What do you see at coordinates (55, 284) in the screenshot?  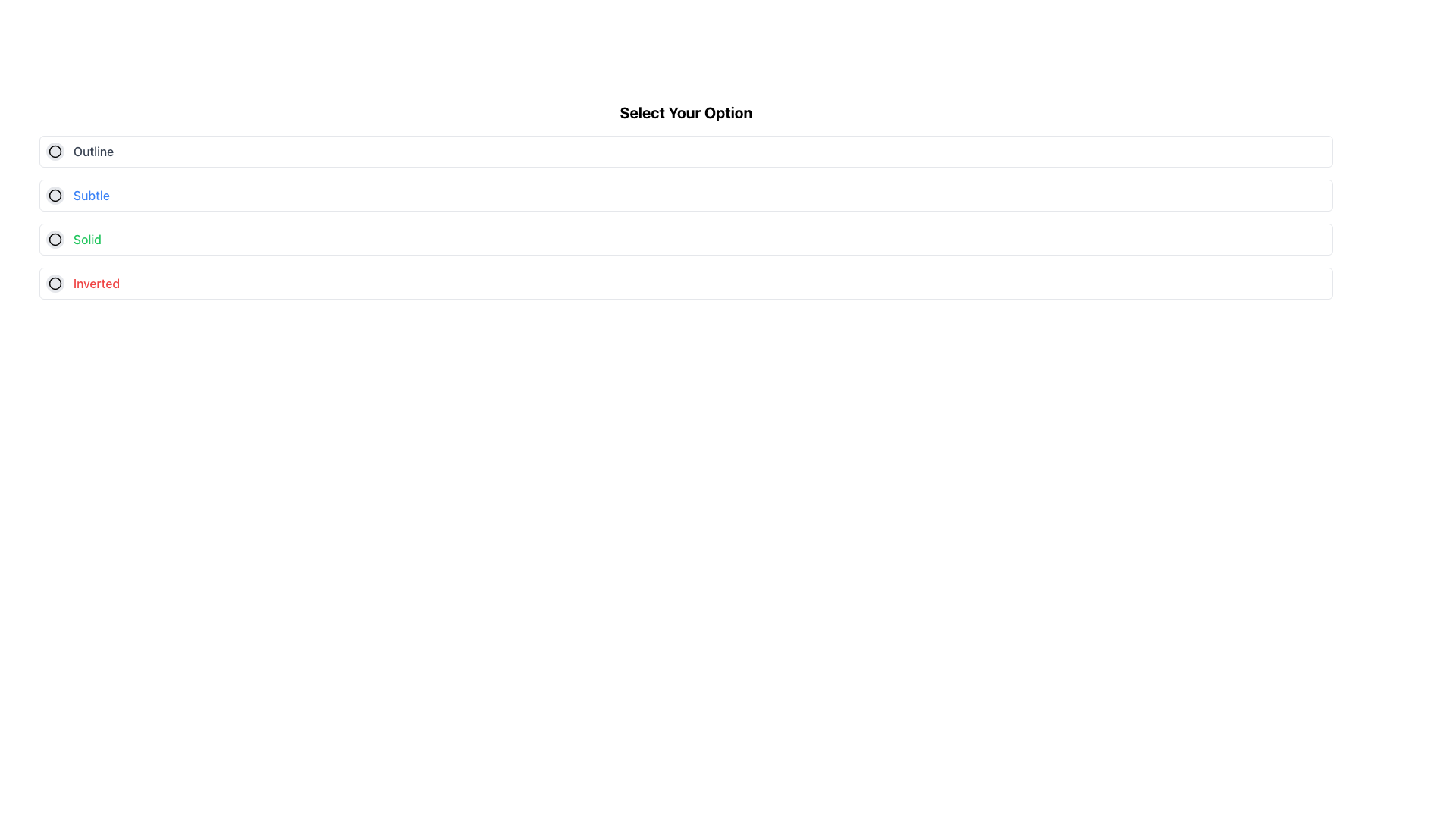 I see `the radio button circle for the 'Inverted' option in the vertical list of radio buttons` at bounding box center [55, 284].